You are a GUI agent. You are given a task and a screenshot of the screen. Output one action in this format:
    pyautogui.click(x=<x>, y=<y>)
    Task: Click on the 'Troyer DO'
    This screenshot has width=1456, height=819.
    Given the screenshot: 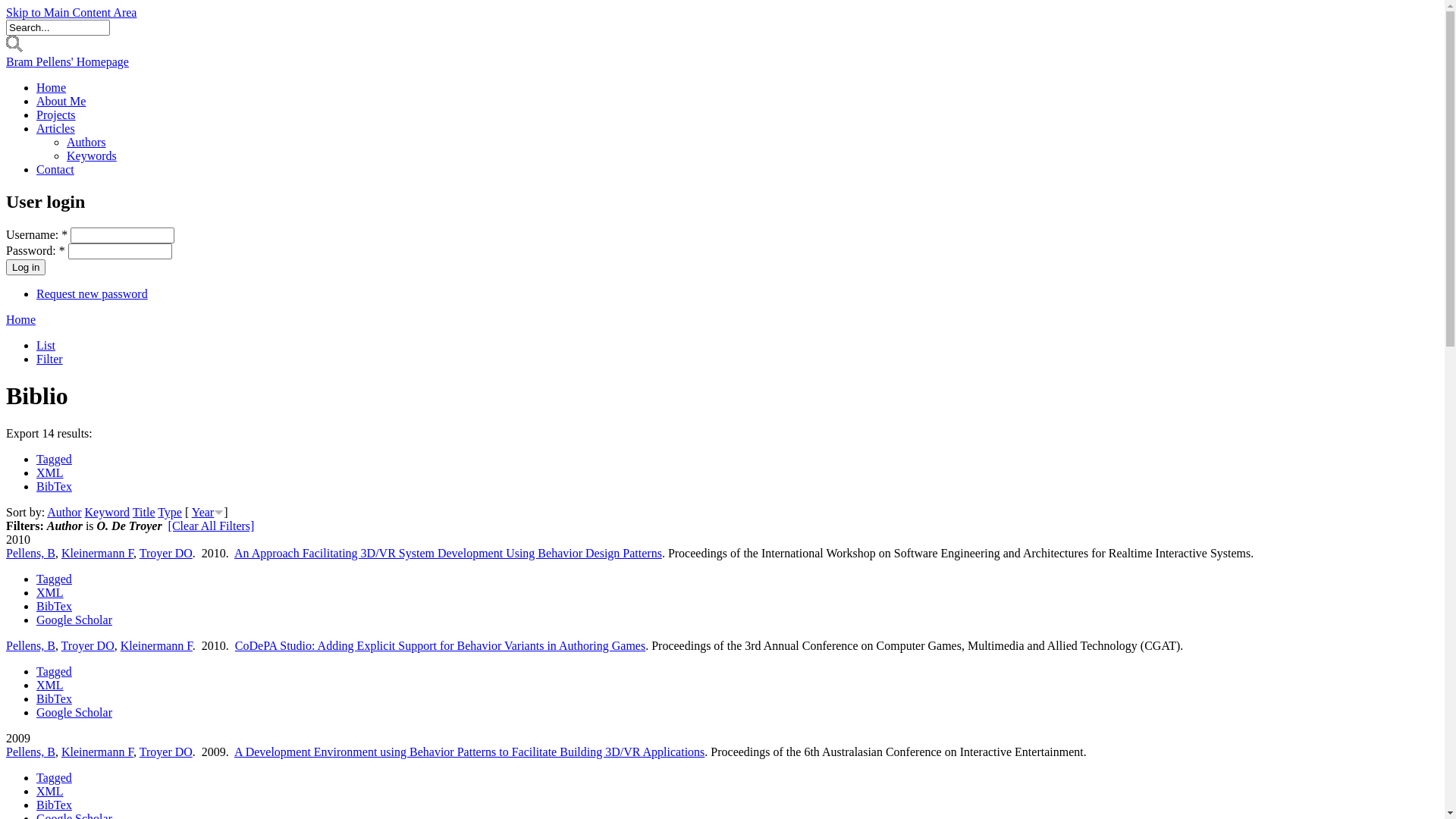 What is the action you would take?
    pyautogui.click(x=166, y=752)
    